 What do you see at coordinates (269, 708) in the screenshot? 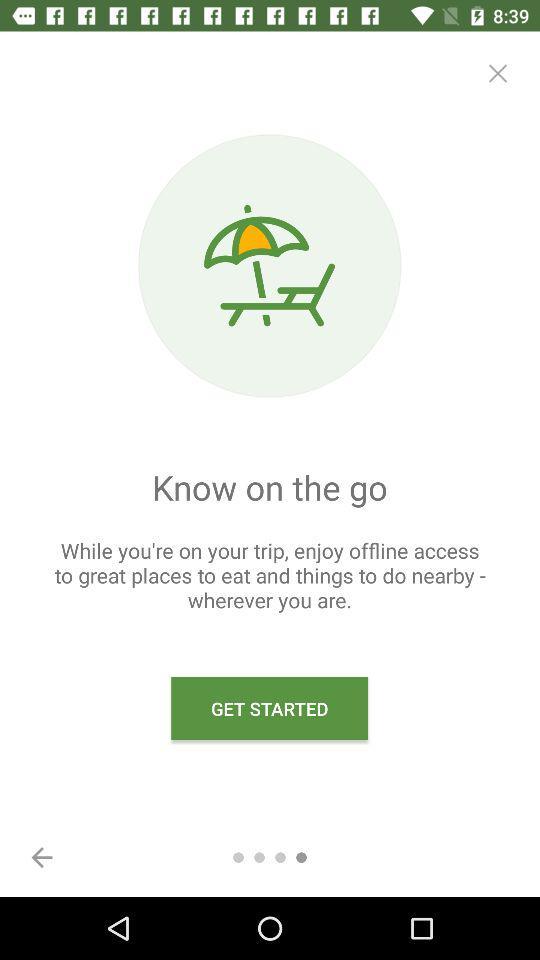
I see `get started` at bounding box center [269, 708].